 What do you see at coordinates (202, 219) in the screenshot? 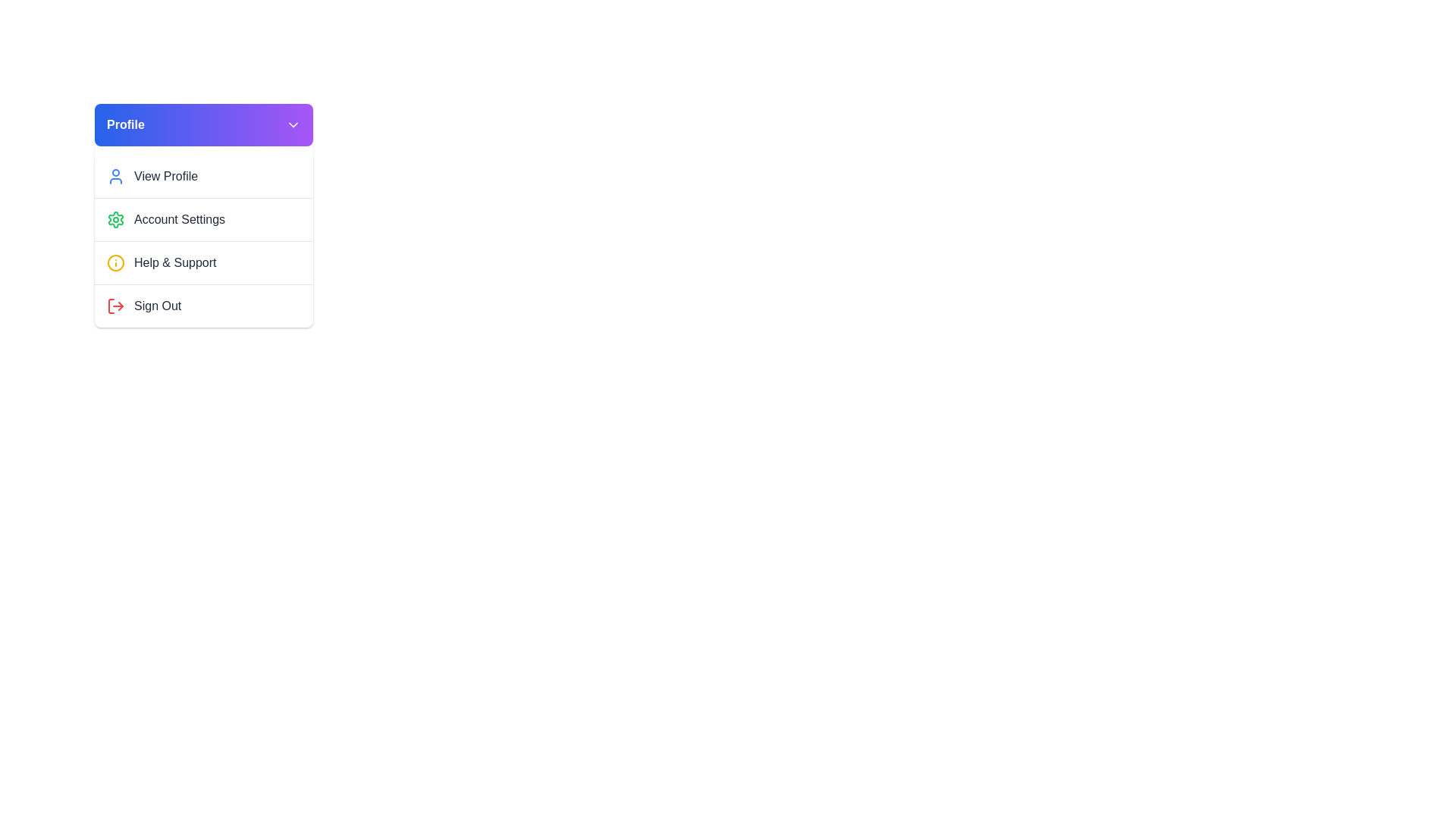
I see `the 'Account Settings' button, which is styled with dark gray text and a green cogwheel icon, located in the drop-down menu below 'View Profile' and above 'Help & Support'` at bounding box center [202, 219].